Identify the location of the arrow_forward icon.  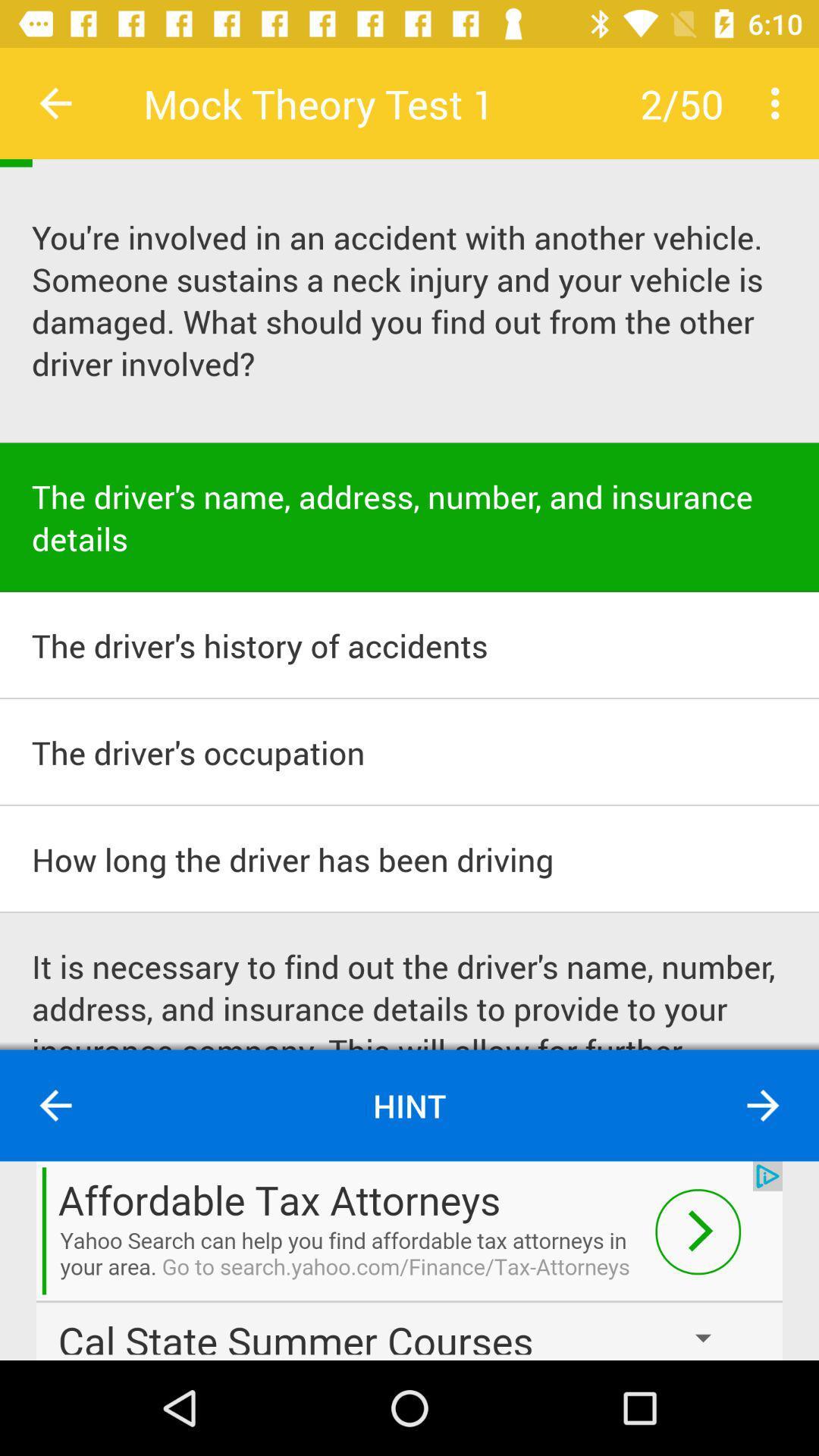
(763, 1106).